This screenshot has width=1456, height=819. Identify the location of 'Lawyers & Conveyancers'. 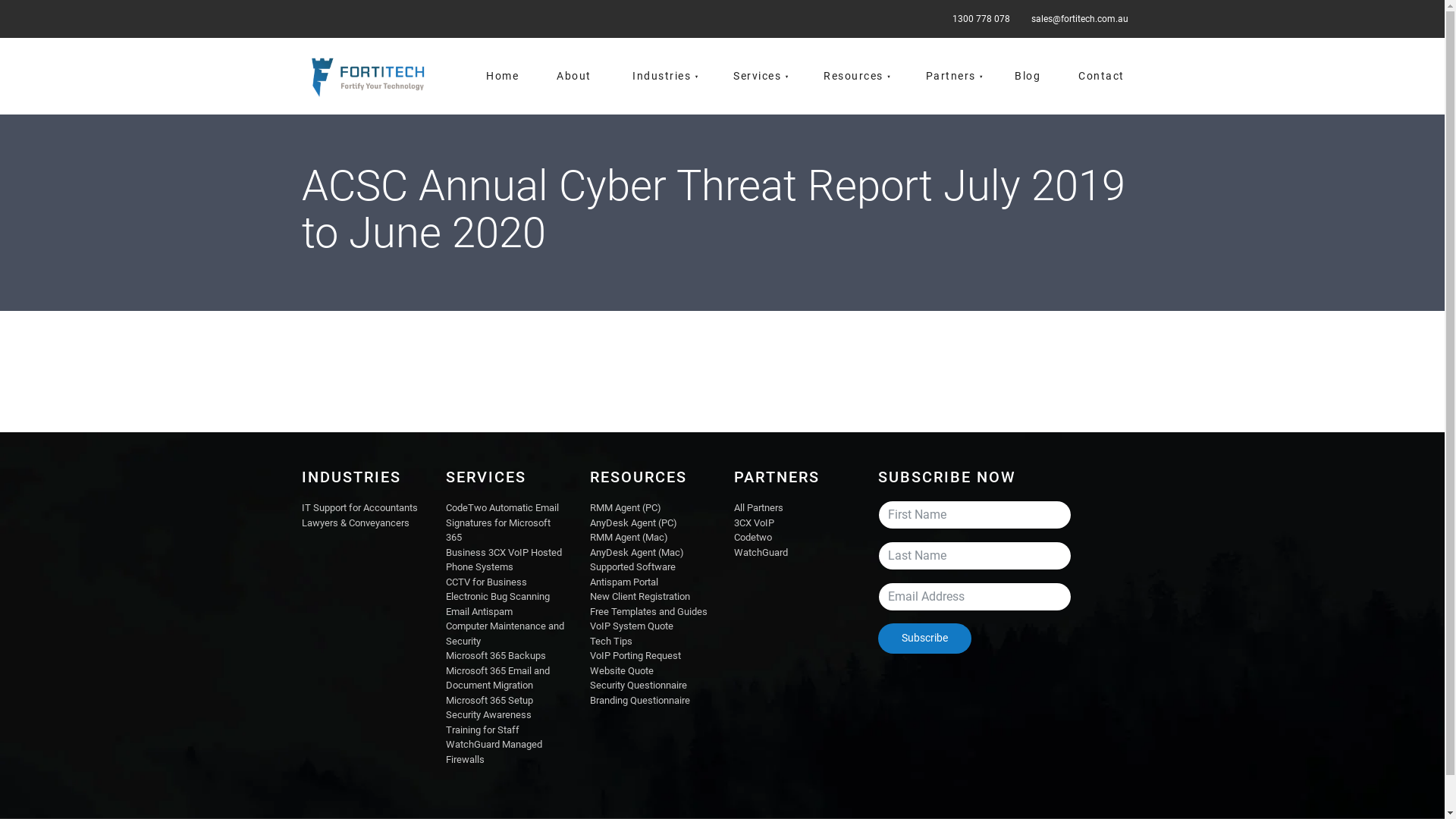
(355, 522).